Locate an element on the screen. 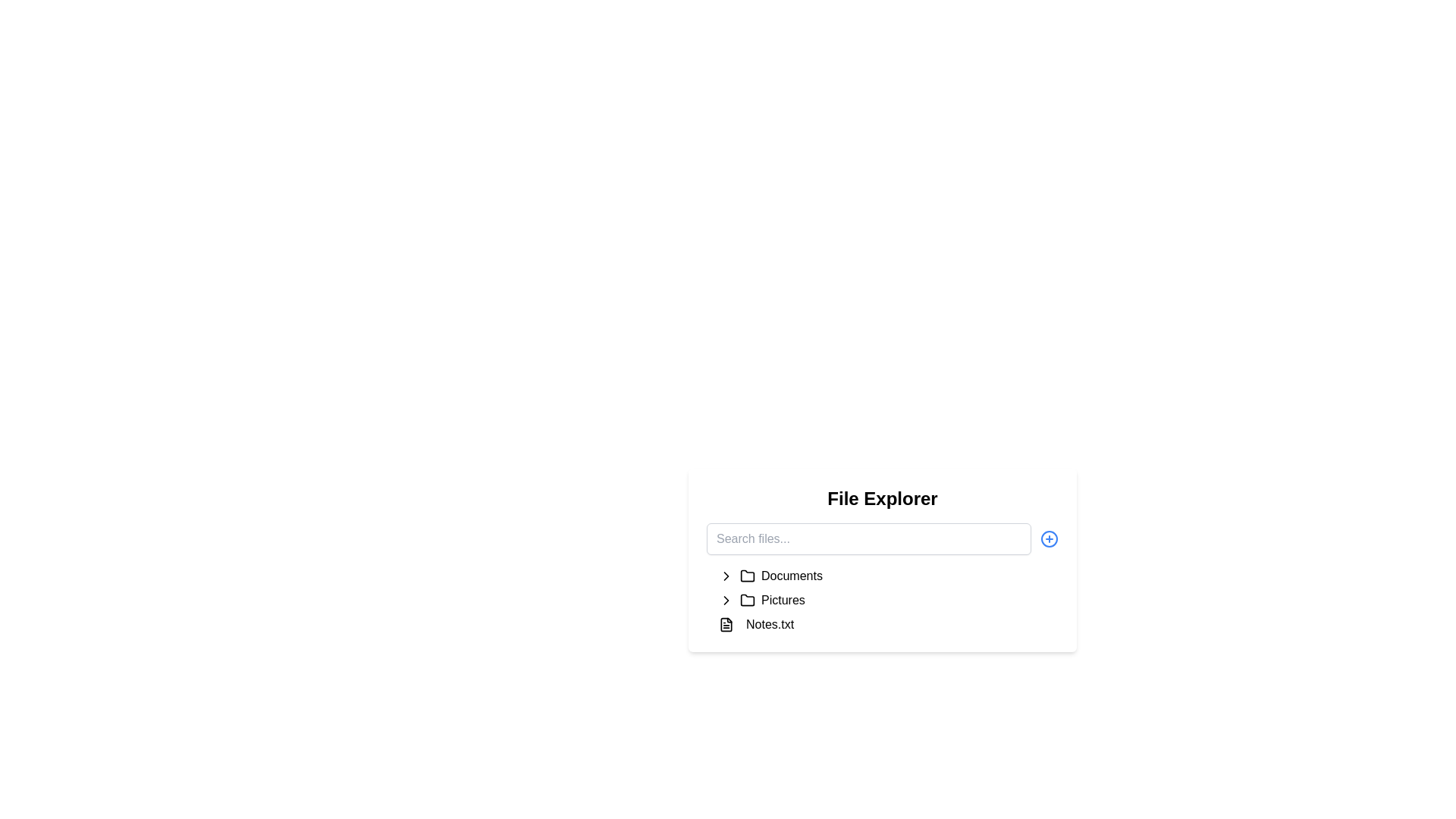 This screenshot has width=1456, height=819. the circular button with a blue outlined circle and a blue plus symbol, located immediately to the right of the 'Search files...' input field is located at coordinates (1048, 538).